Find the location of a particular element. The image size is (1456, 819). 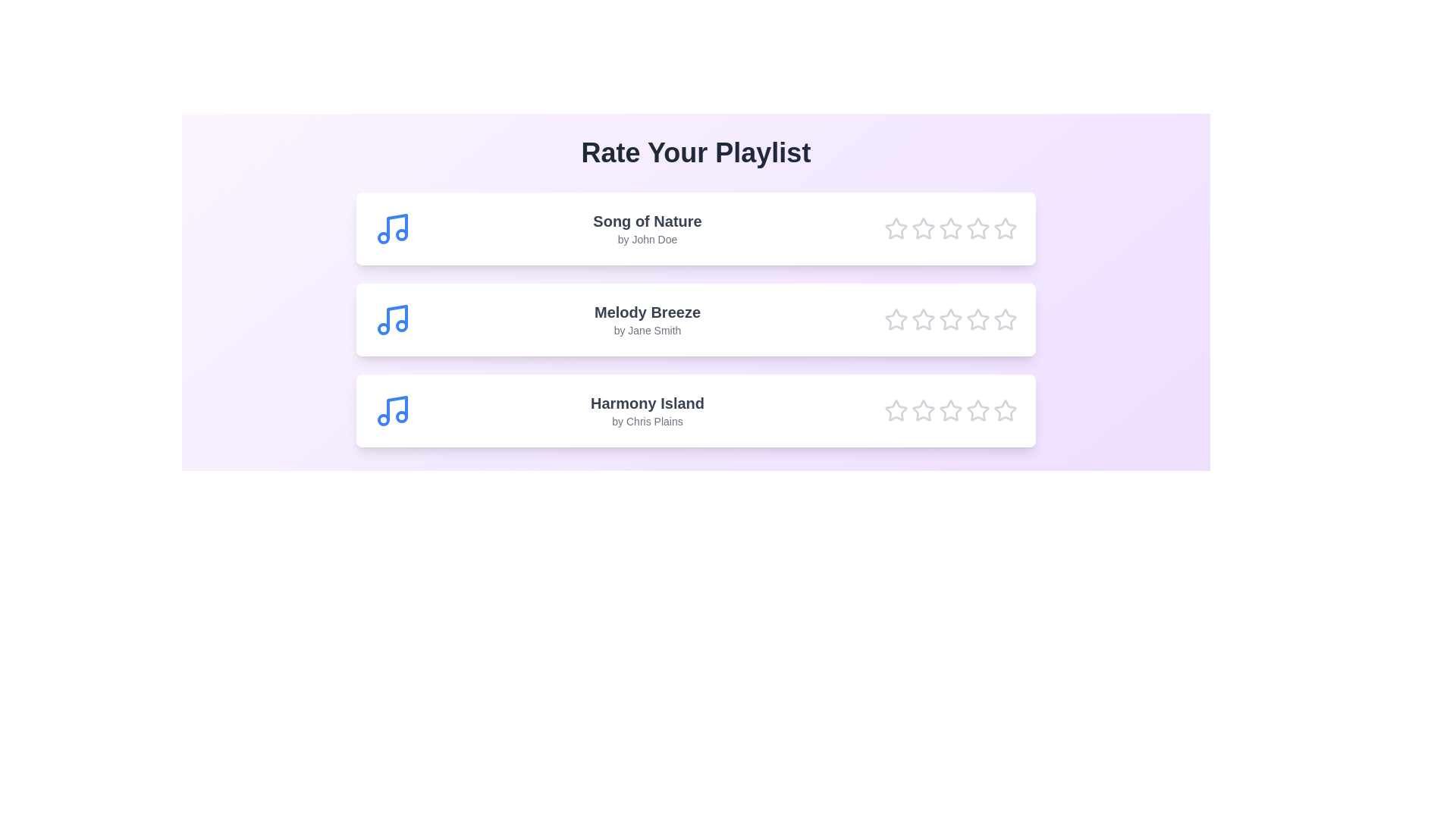

the star corresponding to 4 for the song Melody Breeze is located at coordinates (978, 318).